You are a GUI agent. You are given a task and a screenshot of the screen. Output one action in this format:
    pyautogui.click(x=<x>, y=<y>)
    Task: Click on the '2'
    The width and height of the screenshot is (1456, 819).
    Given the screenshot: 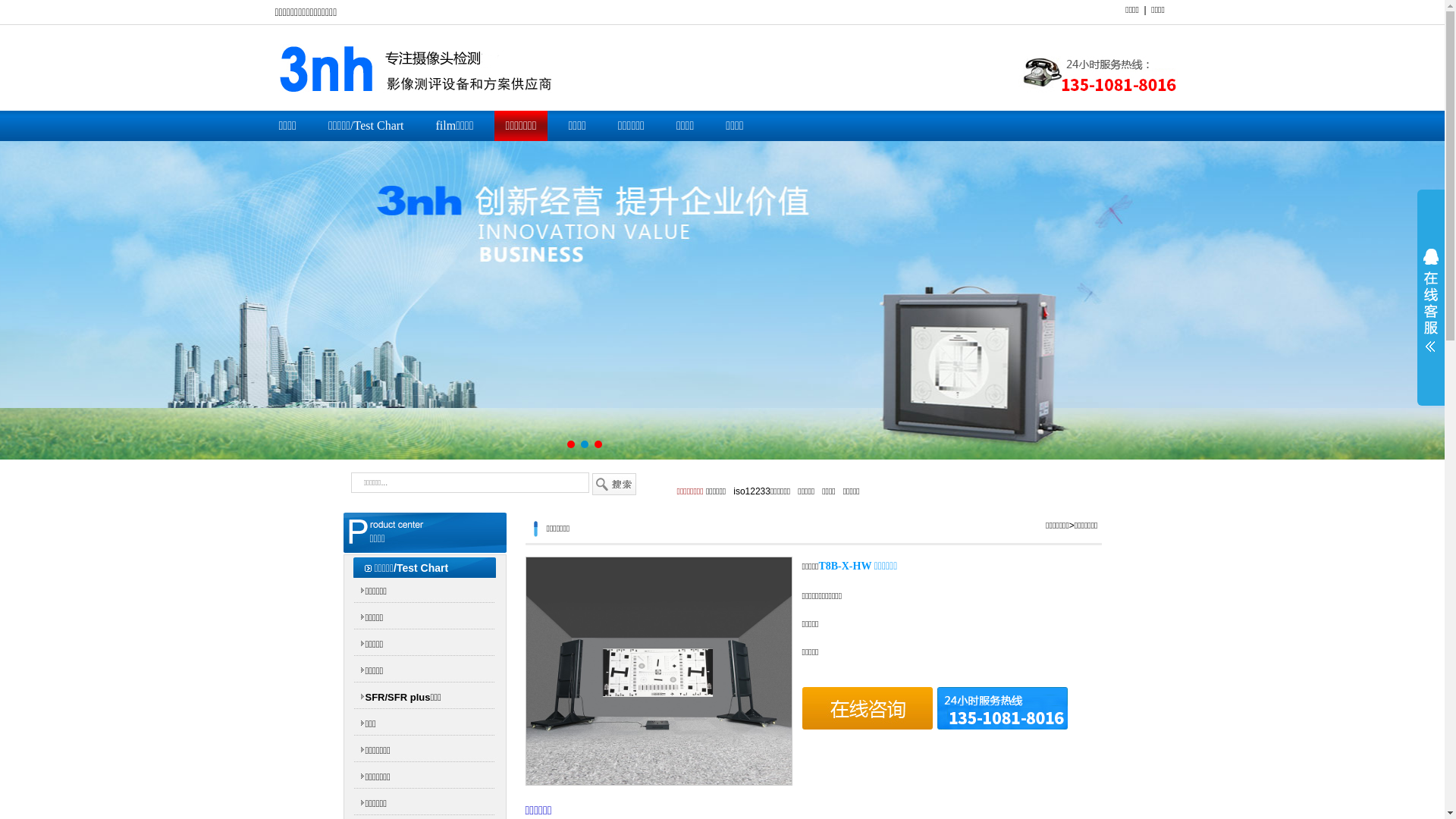 What is the action you would take?
    pyautogui.click(x=584, y=444)
    